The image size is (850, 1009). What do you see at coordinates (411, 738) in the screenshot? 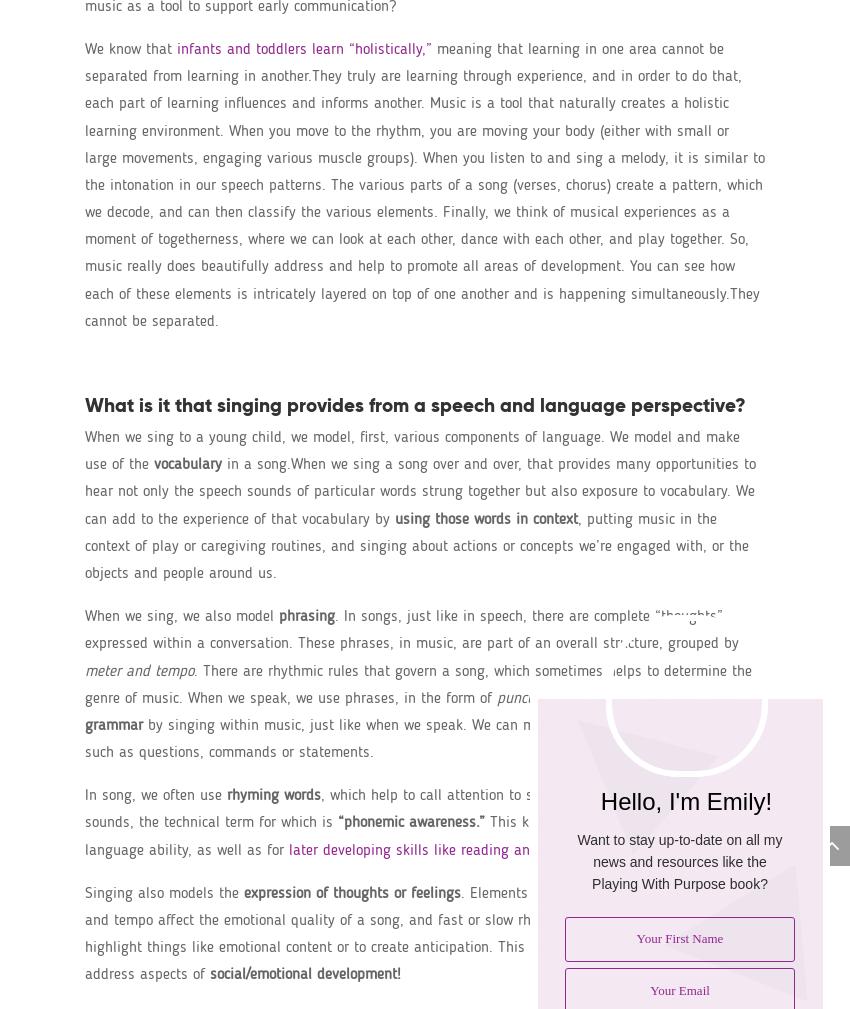
I see `'by singing within music, just like when we speak. We can model various kinds of sentences, such as questions, commands or statements.'` at bounding box center [411, 738].